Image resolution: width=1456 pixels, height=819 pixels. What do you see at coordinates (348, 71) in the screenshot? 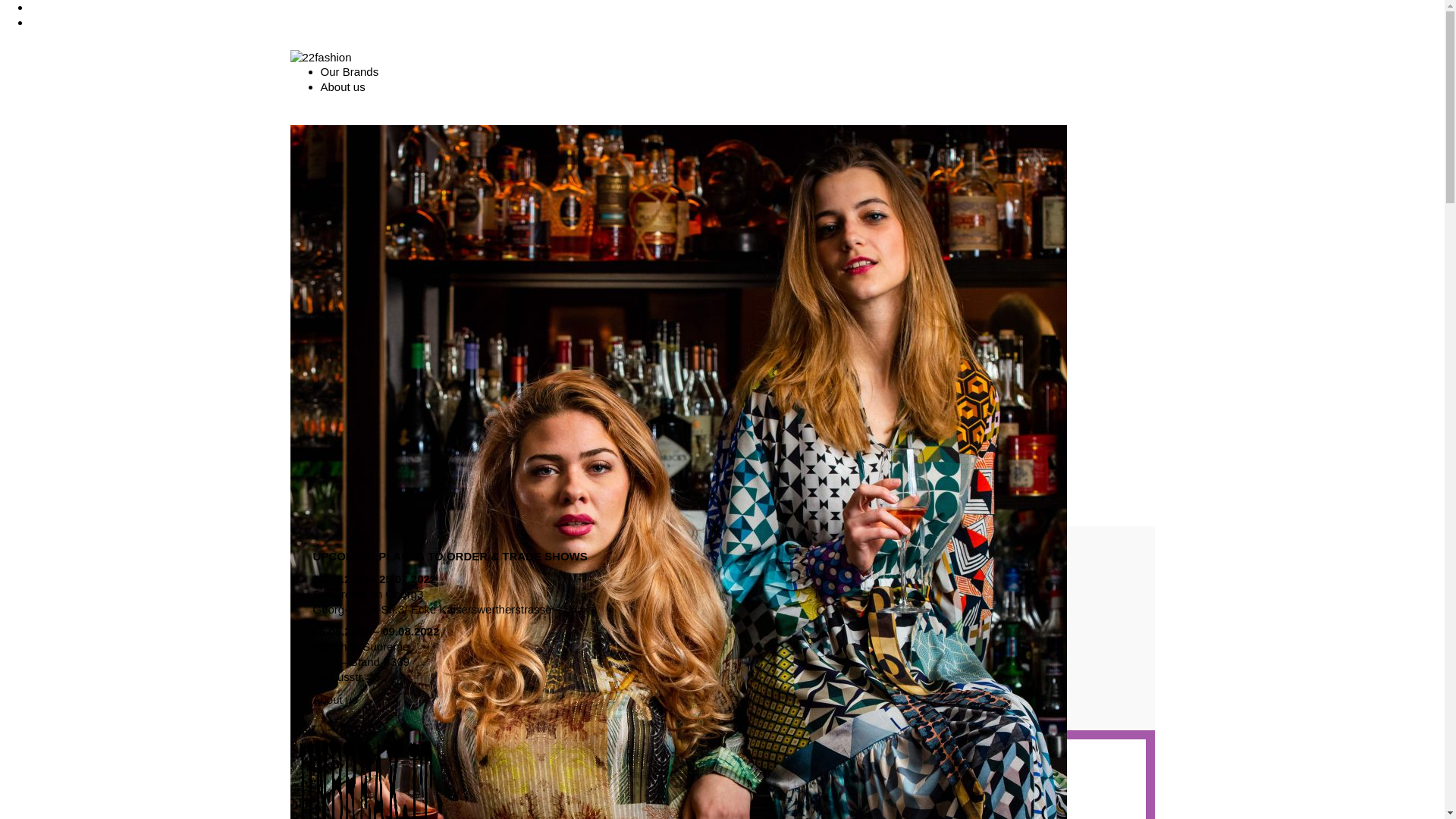
I see `'Our Brands'` at bounding box center [348, 71].